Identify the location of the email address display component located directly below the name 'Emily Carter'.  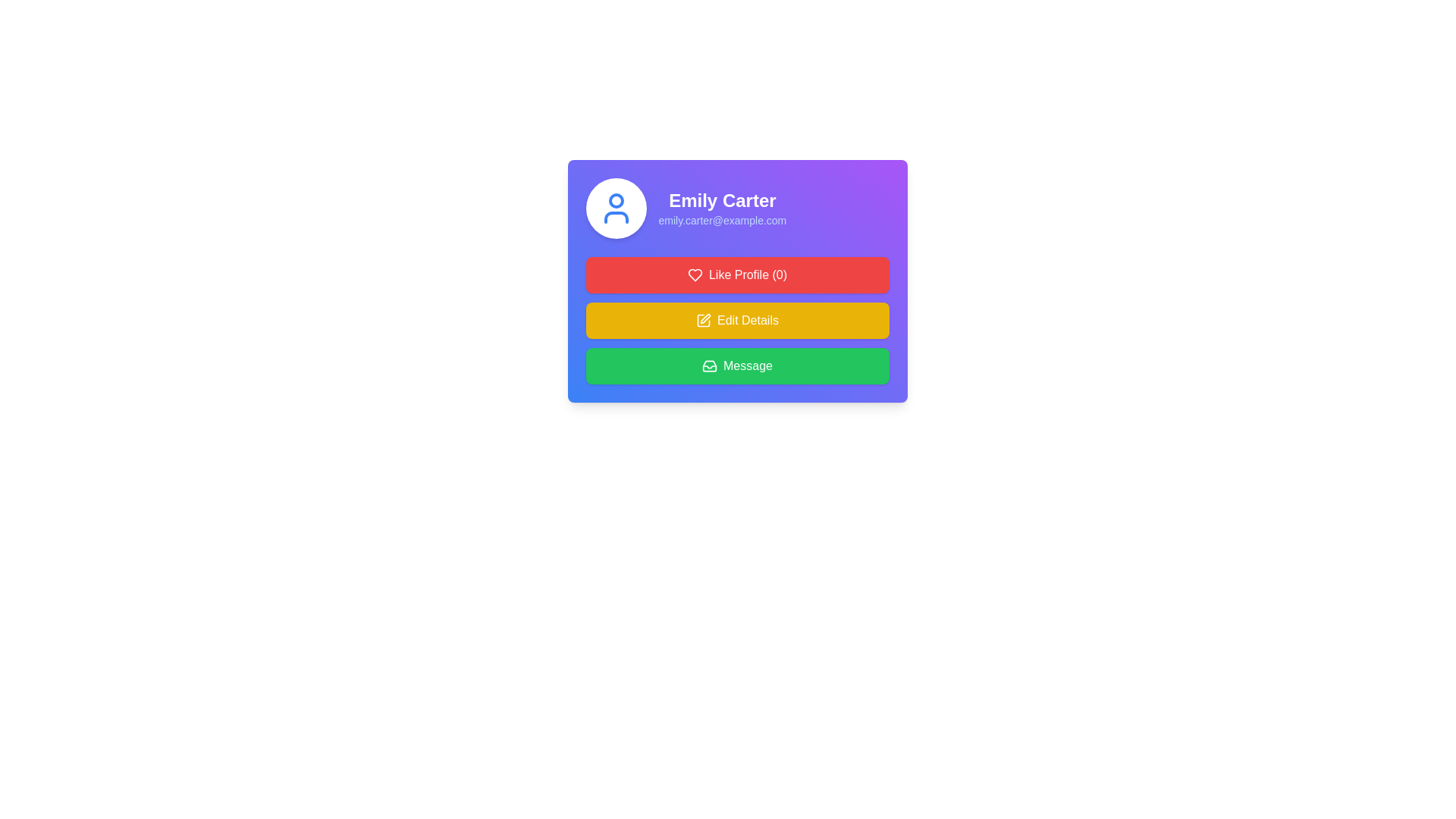
(721, 220).